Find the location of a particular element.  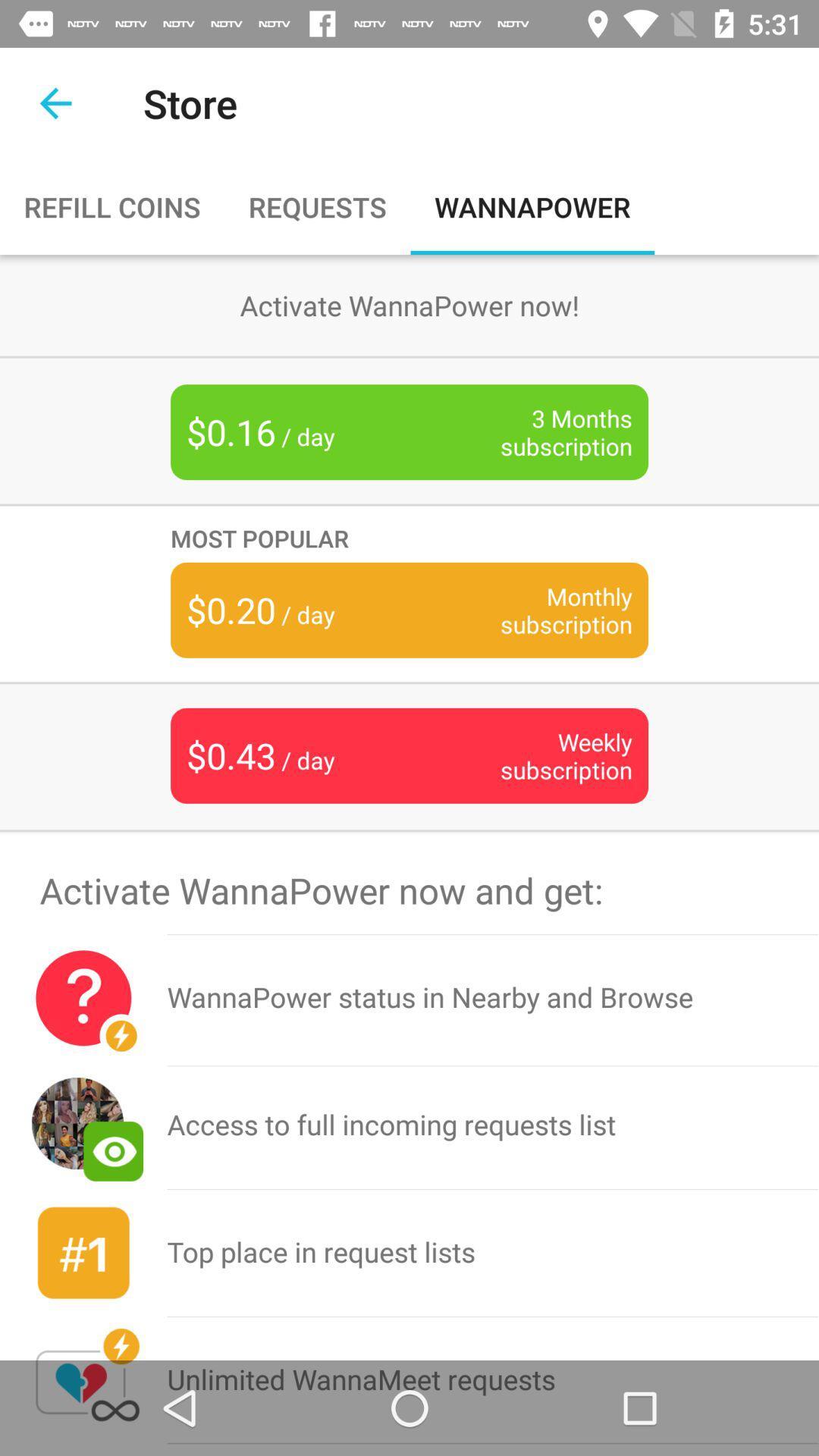

go back is located at coordinates (55, 102).